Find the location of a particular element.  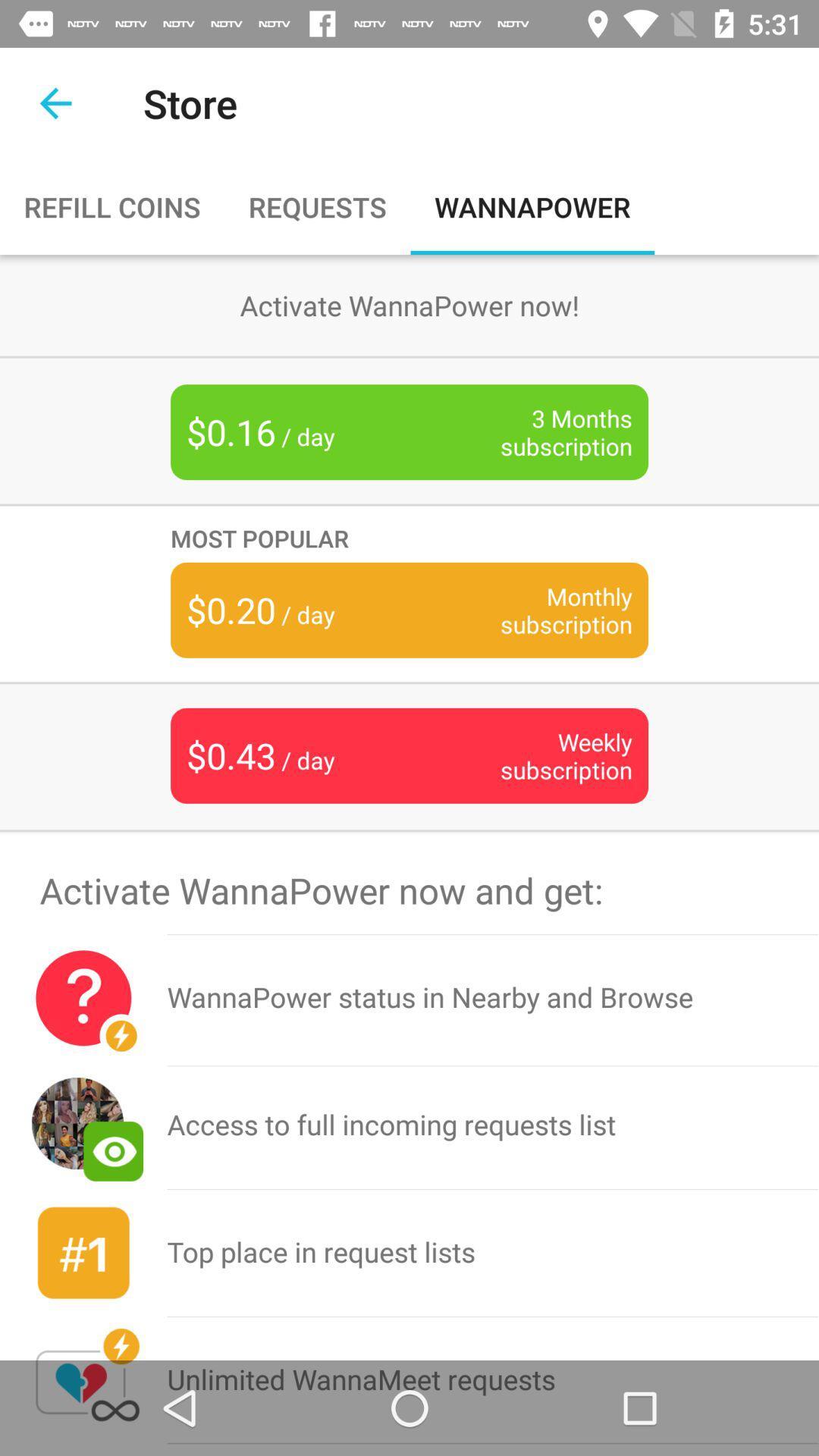

go back is located at coordinates (55, 102).